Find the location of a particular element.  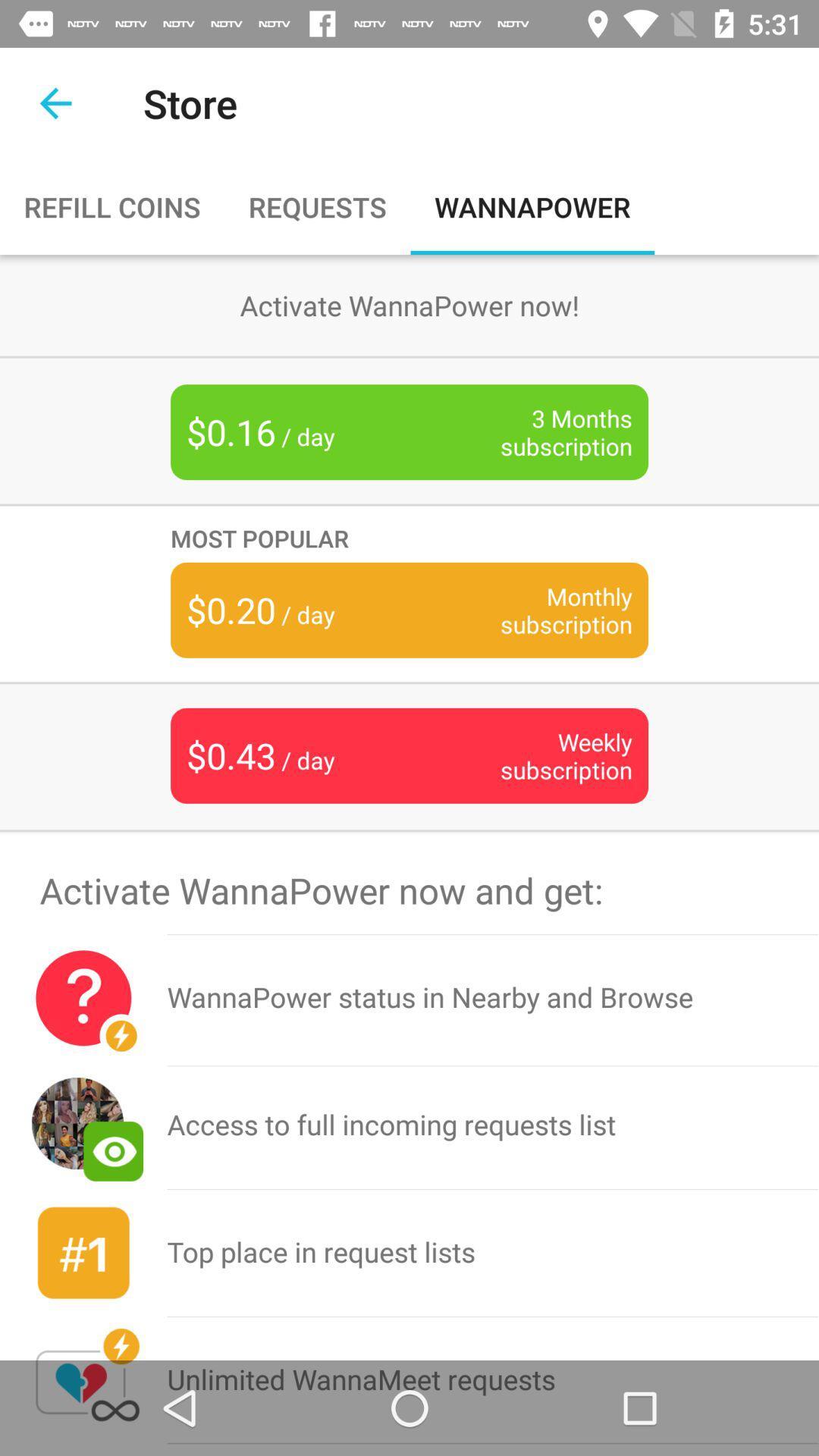

go back is located at coordinates (55, 102).